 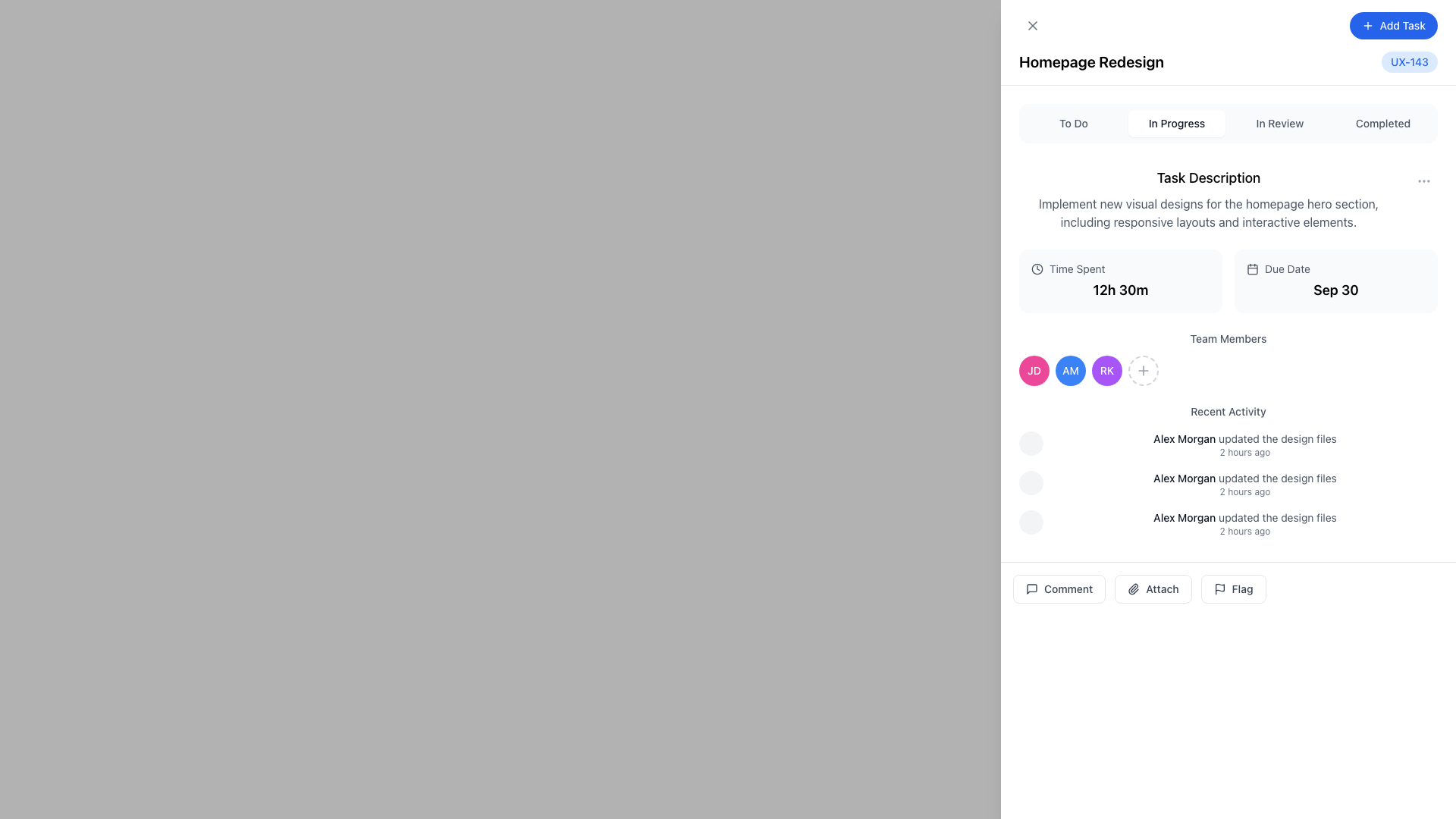 What do you see at coordinates (1244, 491) in the screenshot?
I see `the timestamp Text label located in the 'Recent Activity' section, which indicates when Alex Morgan updated the design files` at bounding box center [1244, 491].